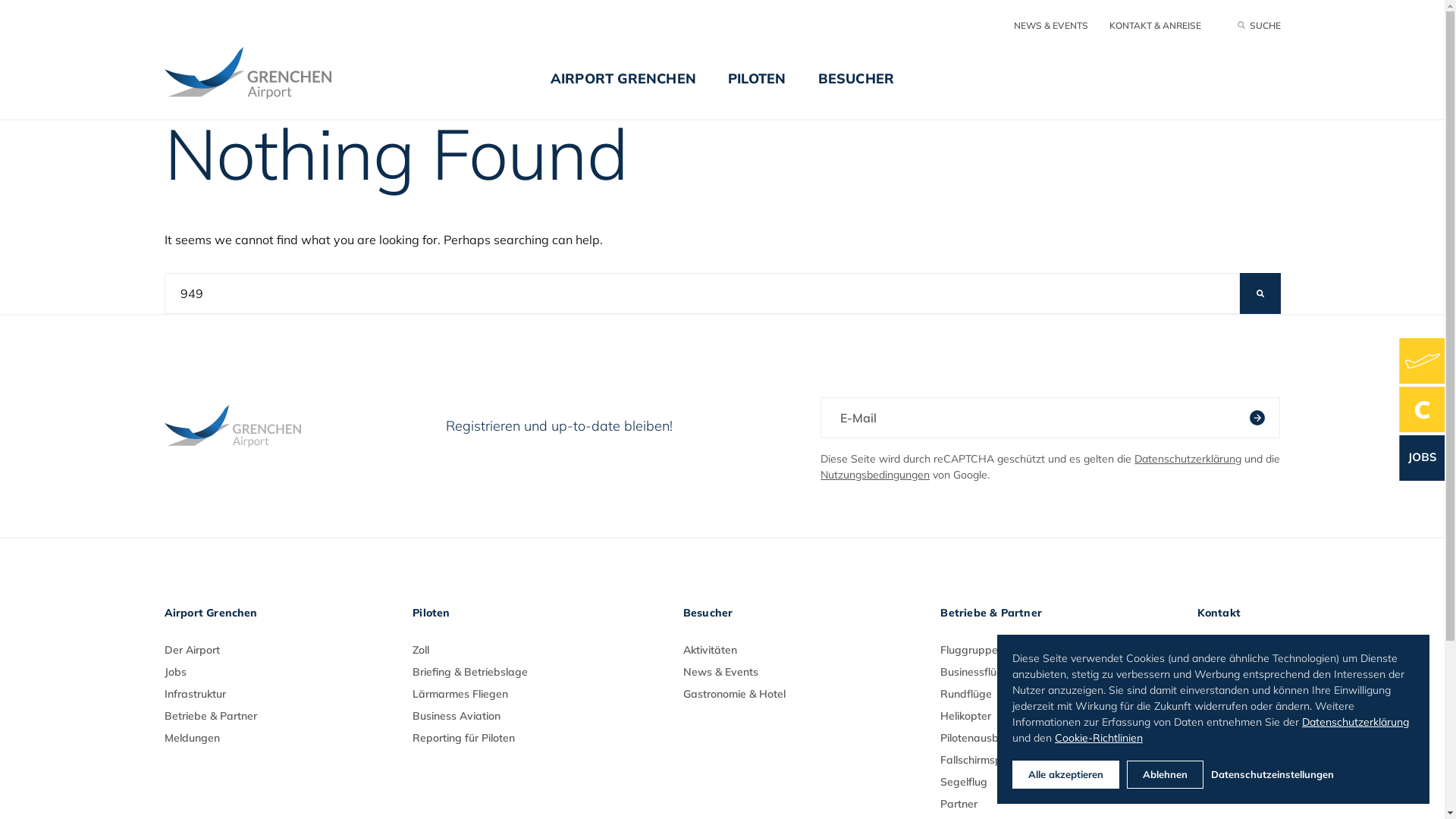  What do you see at coordinates (939, 736) in the screenshot?
I see `'Pilotenausbildung'` at bounding box center [939, 736].